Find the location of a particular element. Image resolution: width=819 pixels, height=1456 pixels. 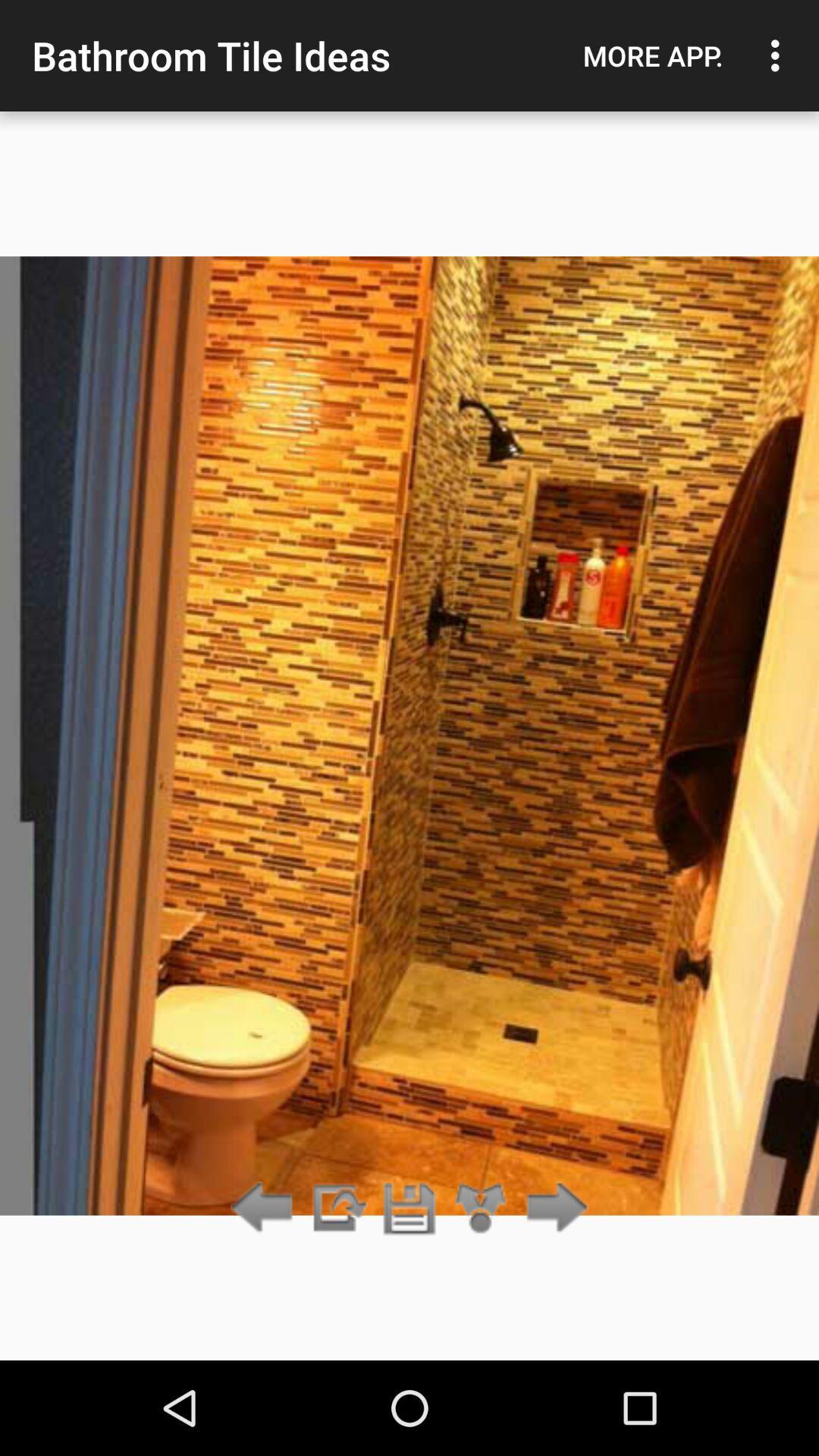

the arrow_forward icon is located at coordinates (553, 1208).